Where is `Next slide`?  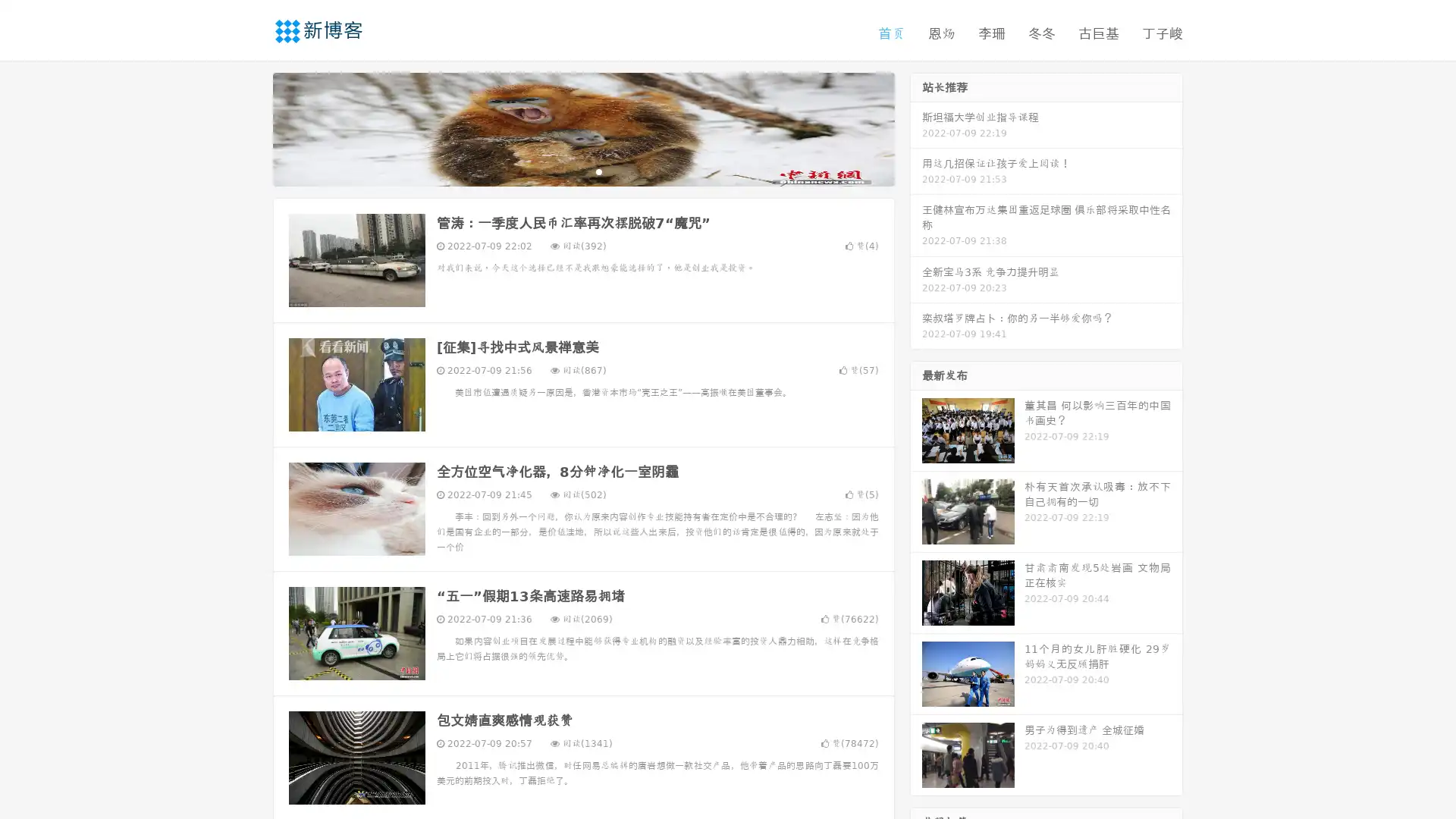 Next slide is located at coordinates (916, 127).